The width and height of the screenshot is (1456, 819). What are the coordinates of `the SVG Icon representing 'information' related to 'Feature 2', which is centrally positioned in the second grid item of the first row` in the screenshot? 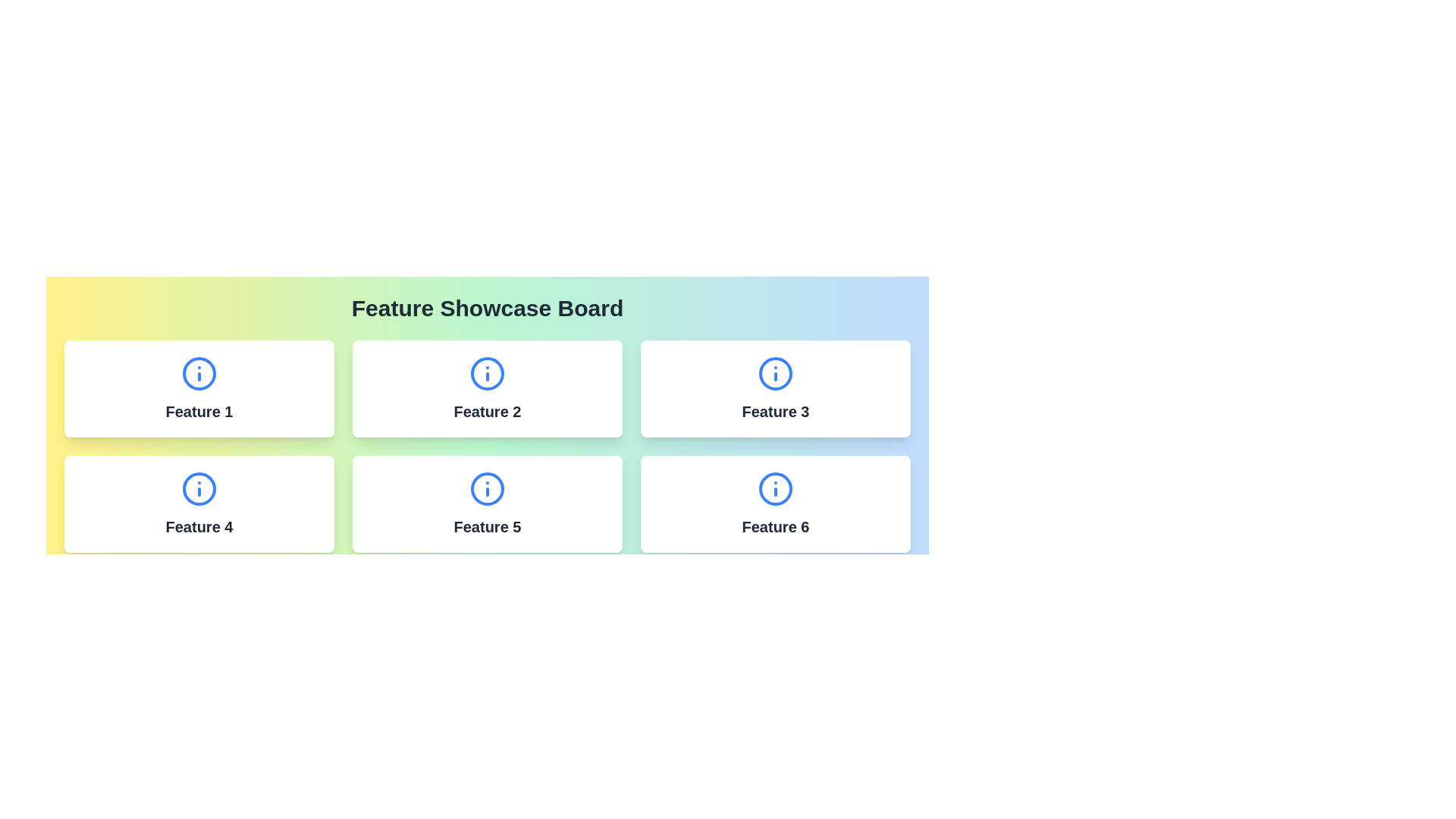 It's located at (488, 374).